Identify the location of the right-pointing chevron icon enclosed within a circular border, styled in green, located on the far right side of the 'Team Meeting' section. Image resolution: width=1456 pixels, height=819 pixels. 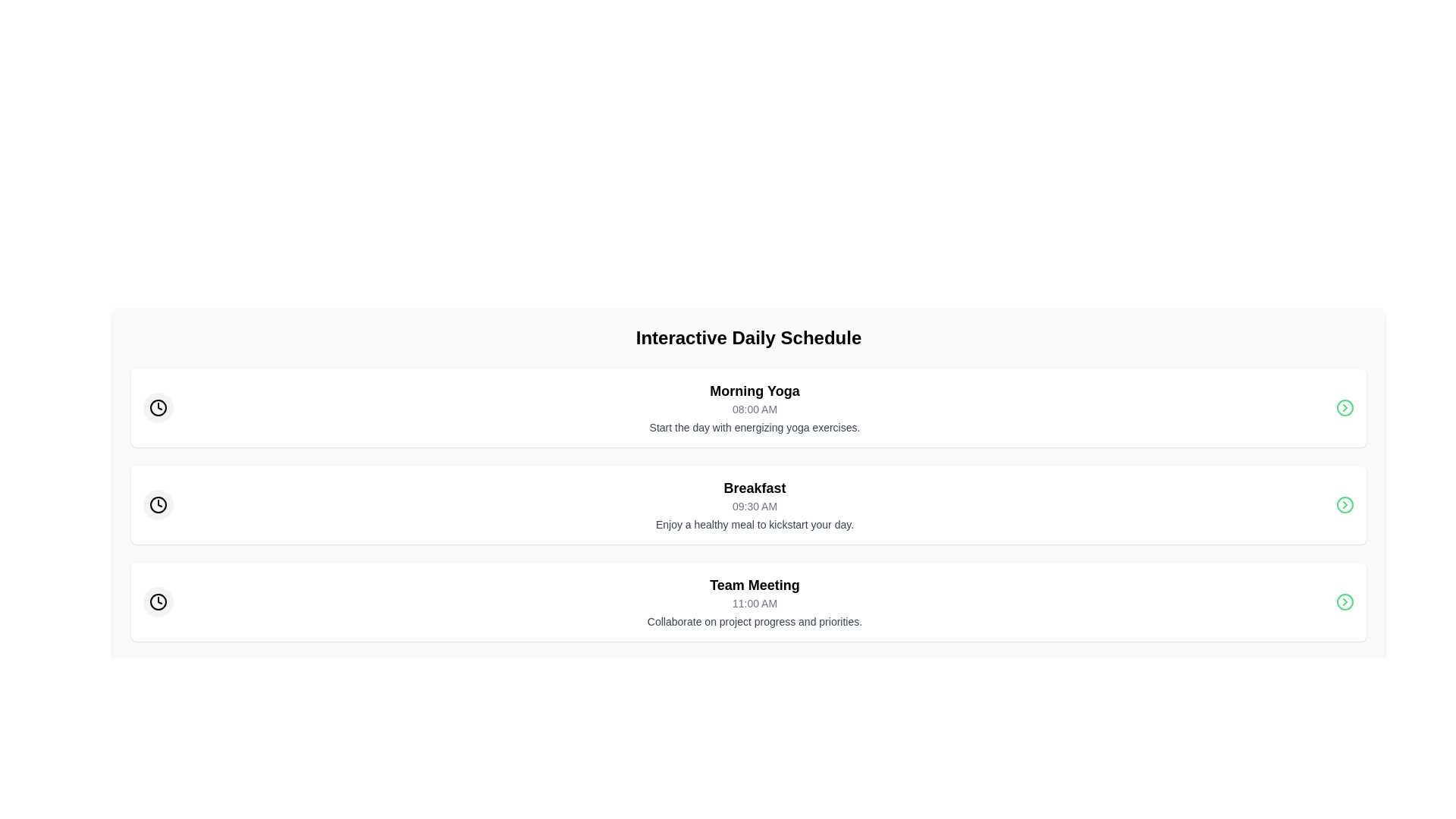
(1345, 601).